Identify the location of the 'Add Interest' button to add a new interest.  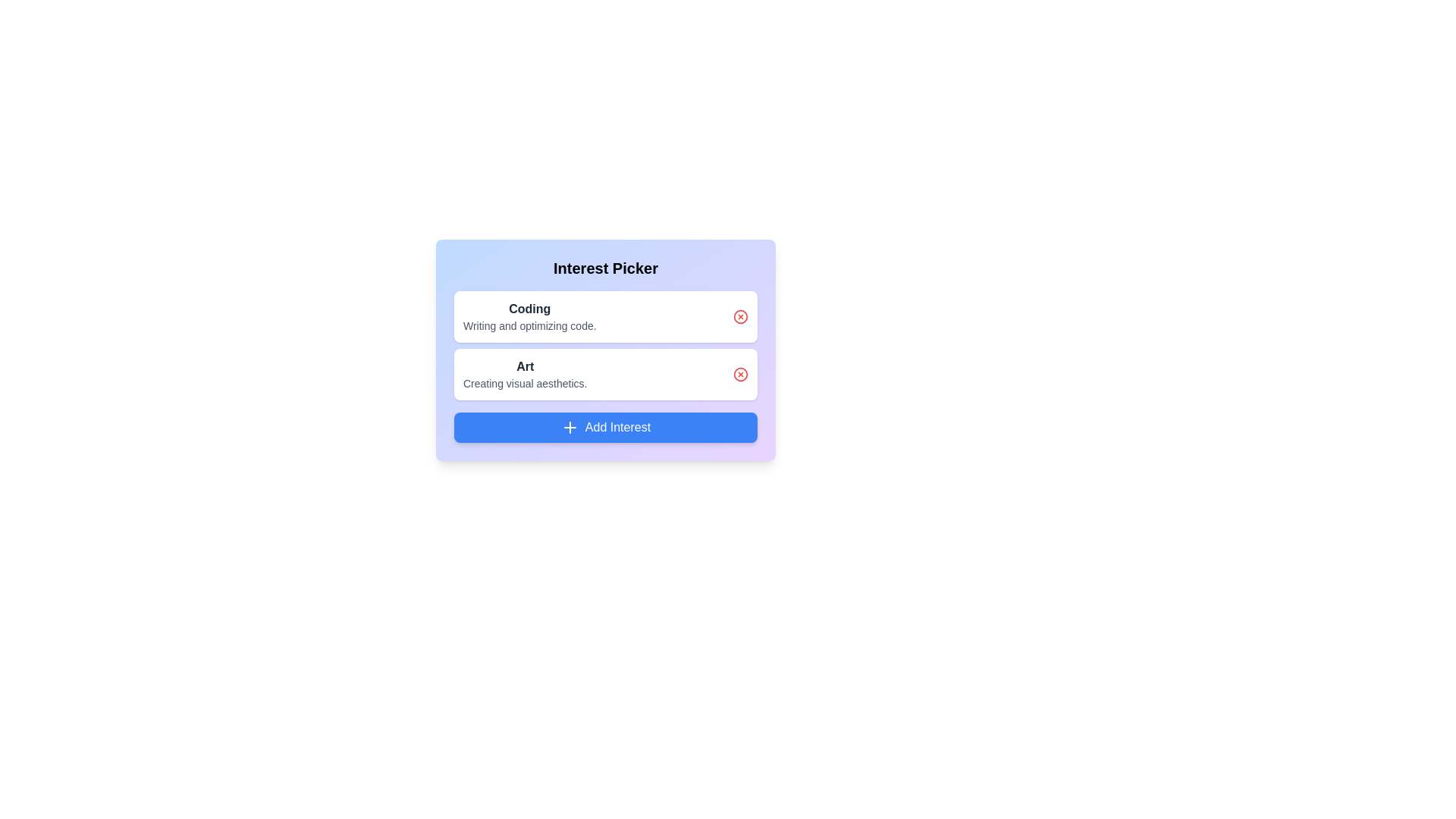
(604, 427).